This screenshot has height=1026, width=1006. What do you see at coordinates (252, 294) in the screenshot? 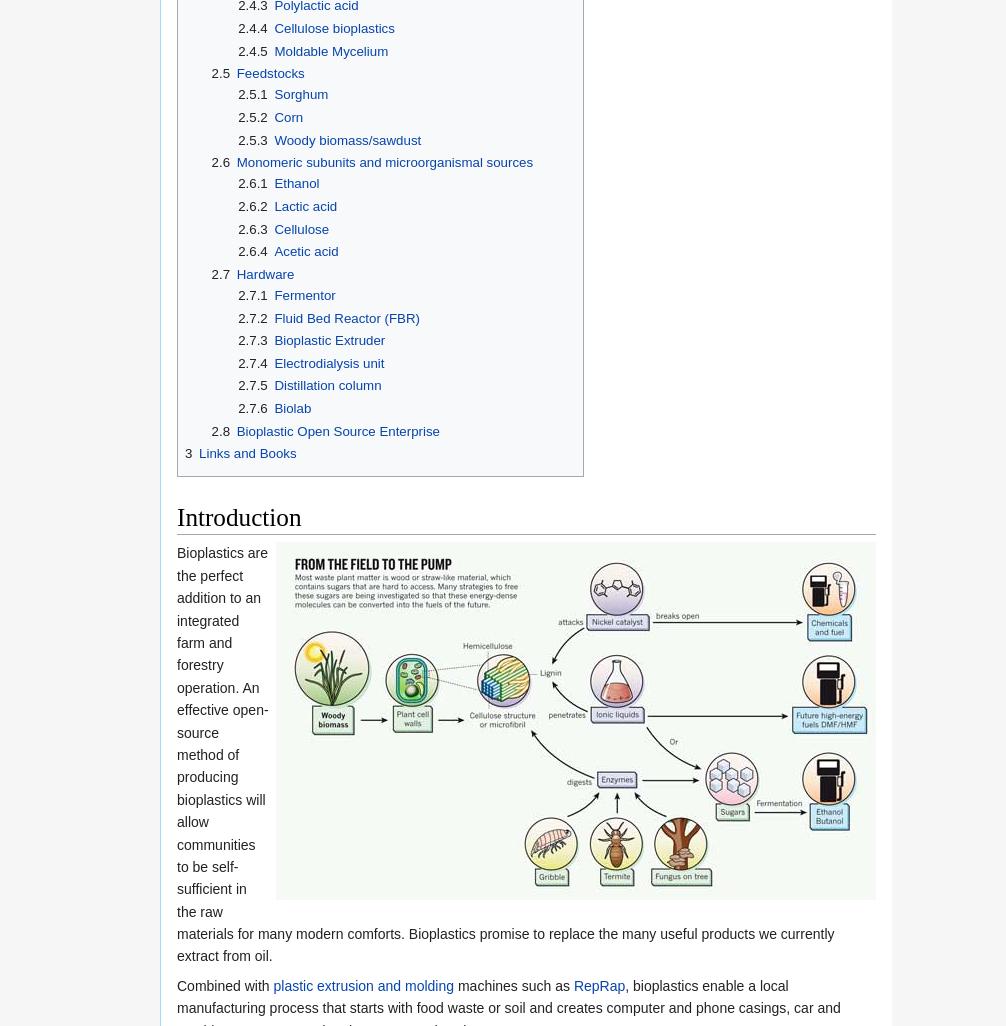
I see `'2.7.1'` at bounding box center [252, 294].